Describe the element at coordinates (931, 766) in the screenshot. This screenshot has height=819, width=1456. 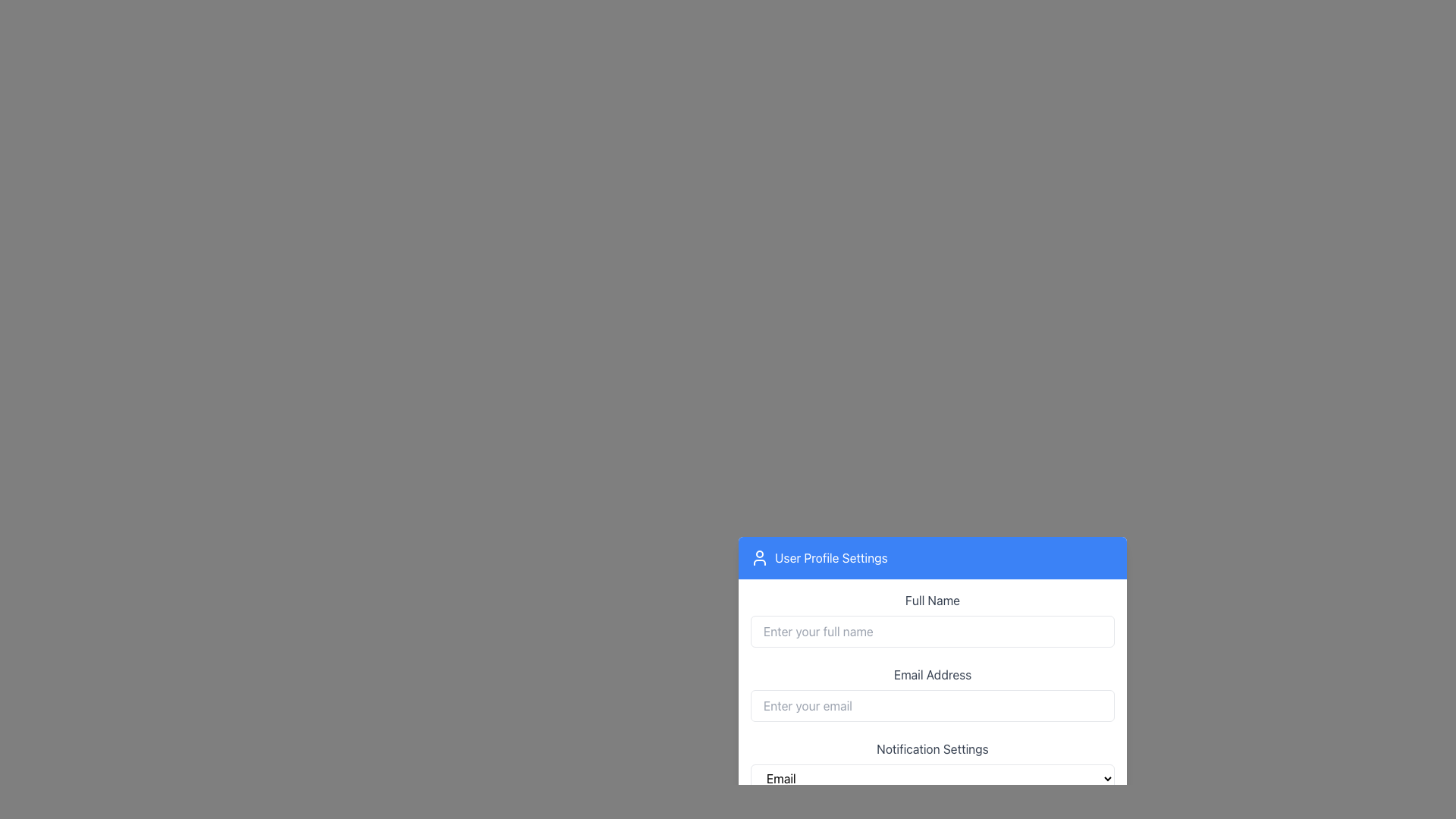
I see `the 'Notification Settings' dropdown menu to trigger focus effects` at that location.